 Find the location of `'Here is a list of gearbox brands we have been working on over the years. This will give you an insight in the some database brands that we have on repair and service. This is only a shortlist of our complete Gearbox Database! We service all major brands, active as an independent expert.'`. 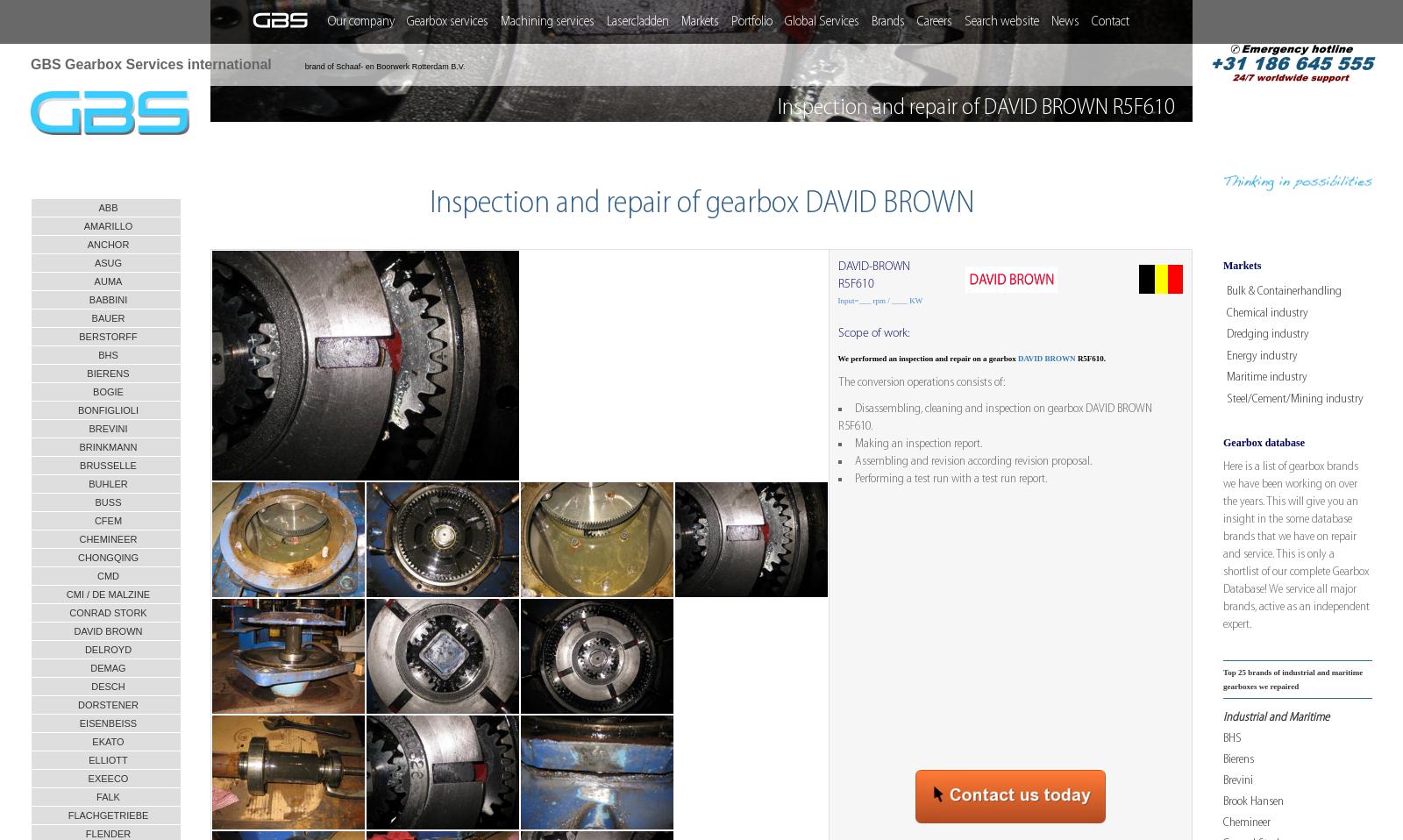

'Here is a list of gearbox brands we have been working on over the years. This will give you an insight in the some database brands that we have on repair and service. This is only a shortlist of our complete Gearbox Database! We service all major brands, active as an independent expert.' is located at coordinates (1296, 545).